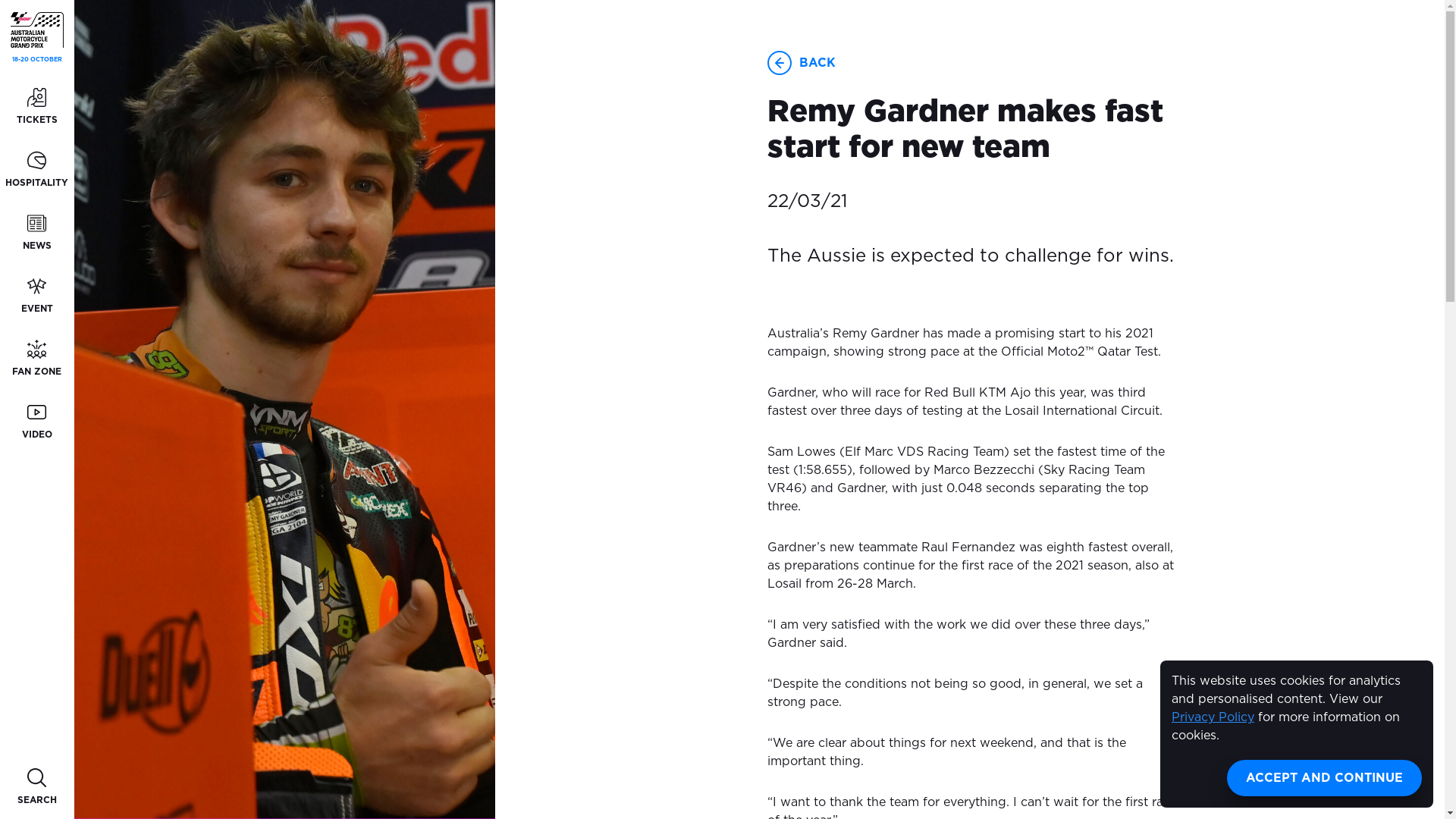 The height and width of the screenshot is (819, 1456). What do you see at coordinates (36, 37) in the screenshot?
I see `'18-20 OCTOBER'` at bounding box center [36, 37].